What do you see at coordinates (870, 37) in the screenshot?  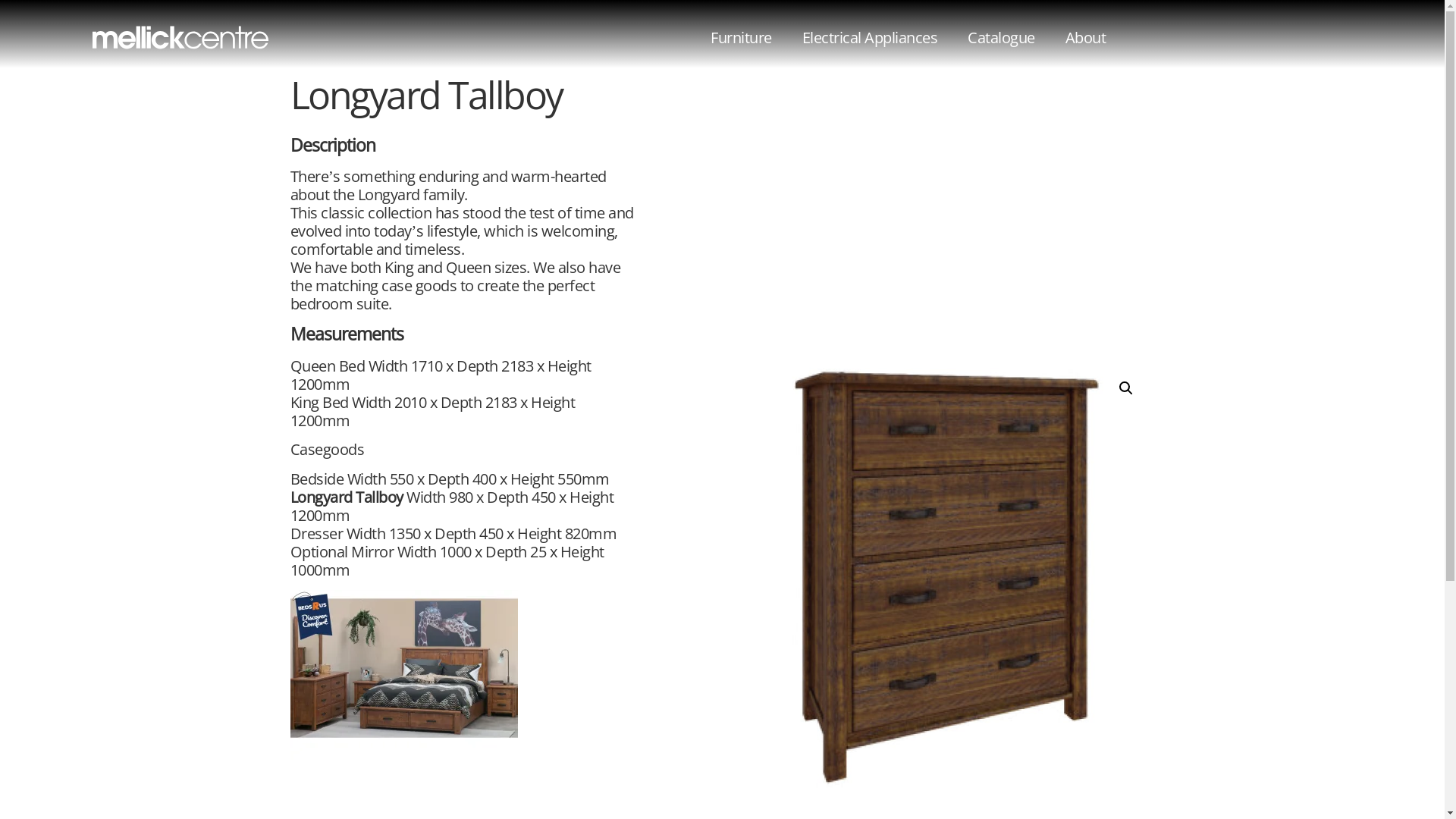 I see `'Electrical Appliances'` at bounding box center [870, 37].